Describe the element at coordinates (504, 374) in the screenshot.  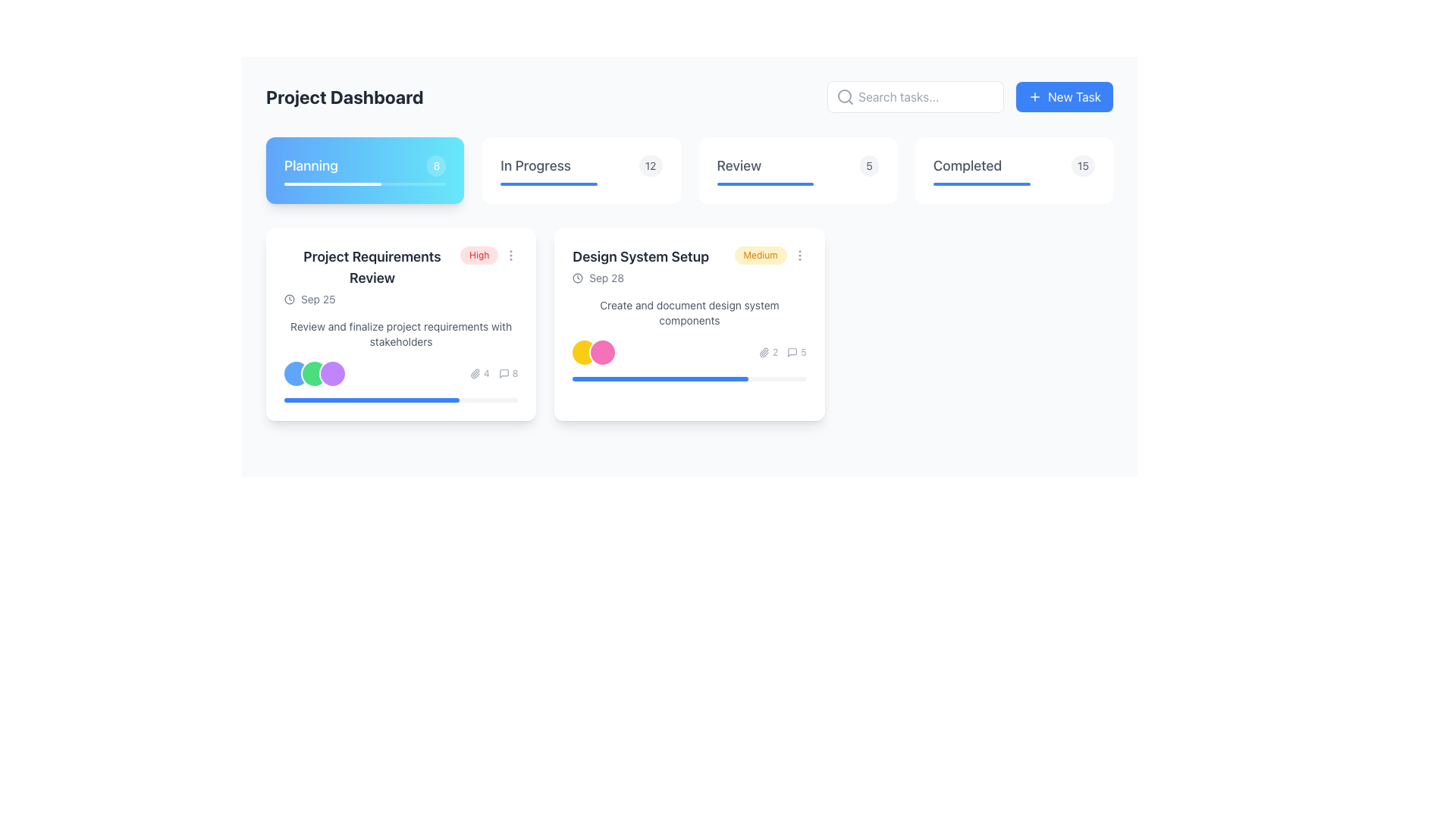
I see `the speech bubble icon located at the bottom-right corner of the 'Project Requirements Review' card, which serves as a button for messaging or commenting` at that location.